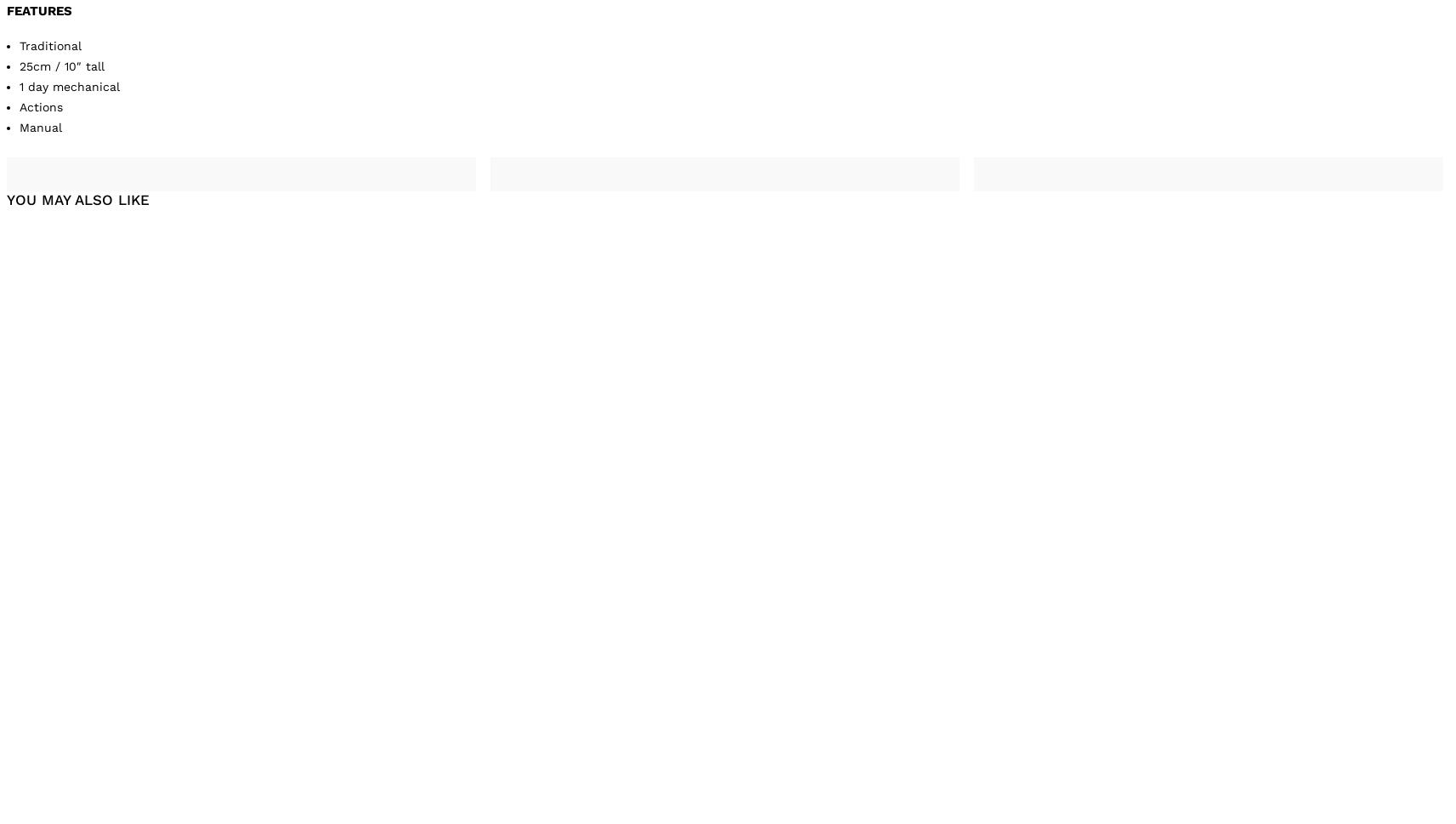 The image size is (1456, 824). What do you see at coordinates (940, 759) in the screenshot?
I see `'Cuckoo clock with Edelweiss flowers and bird'` at bounding box center [940, 759].